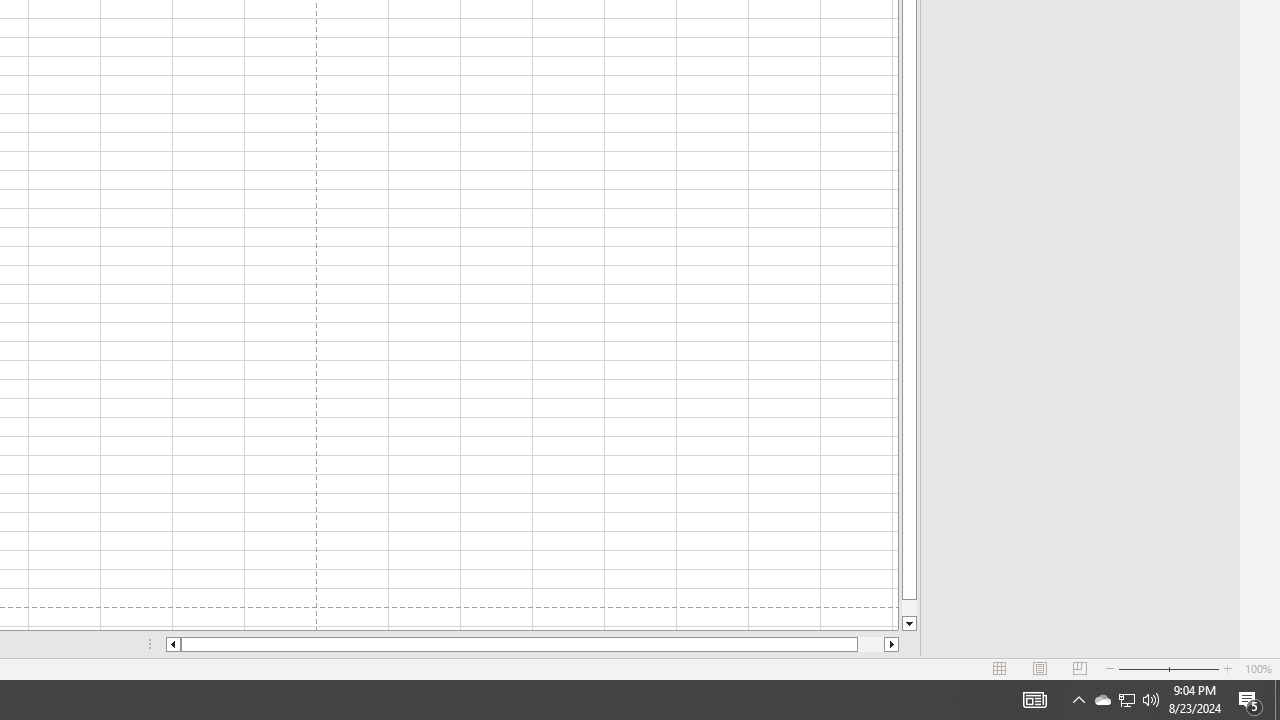  What do you see at coordinates (1168, 669) in the screenshot?
I see `'Zoom'` at bounding box center [1168, 669].